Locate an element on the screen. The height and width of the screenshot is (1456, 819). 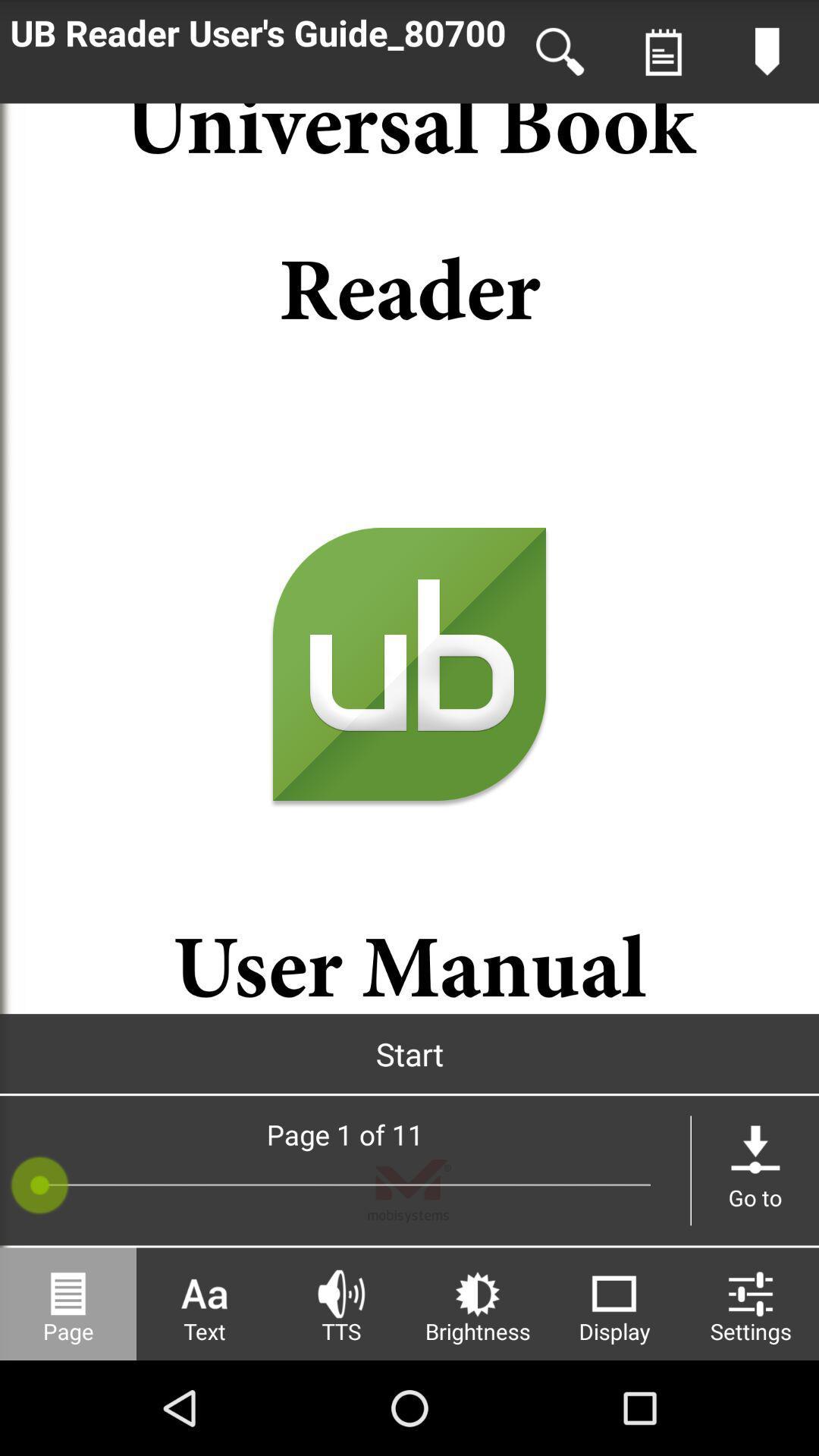
the last button in the menu bar is located at coordinates (751, 1303).